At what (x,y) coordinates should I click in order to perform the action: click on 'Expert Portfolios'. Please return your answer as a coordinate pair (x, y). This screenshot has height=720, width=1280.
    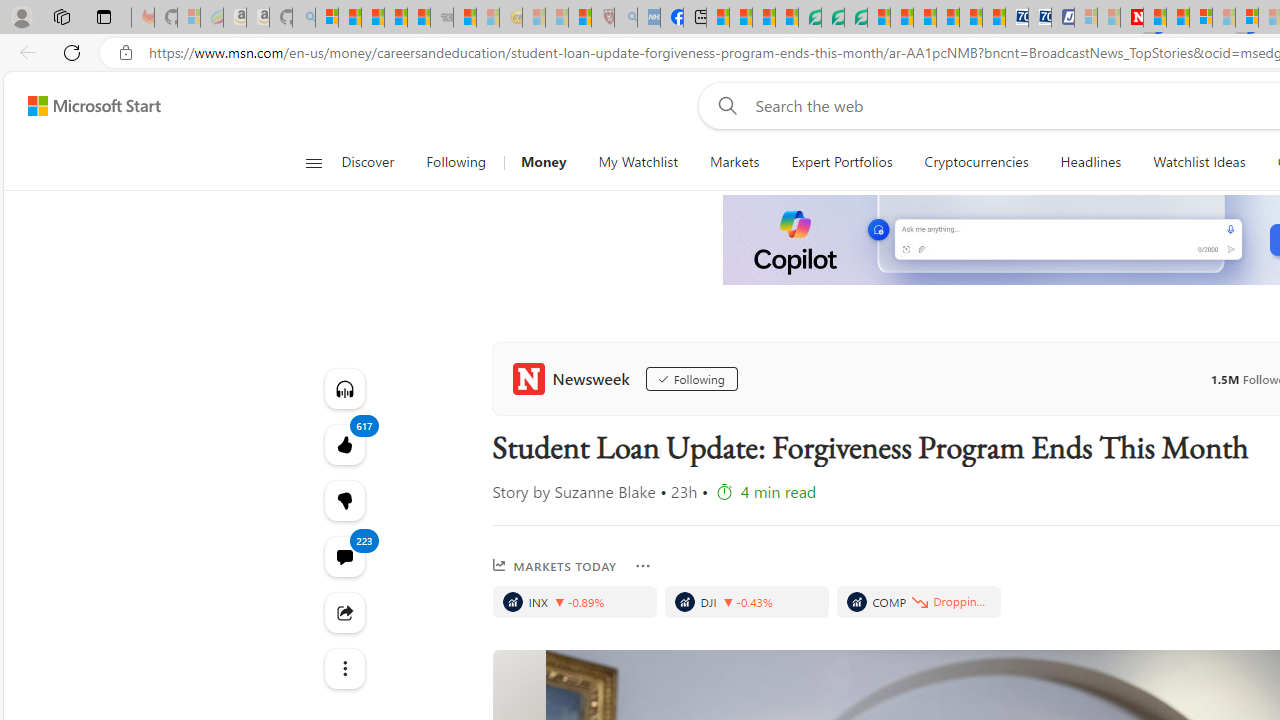
    Looking at the image, I should click on (842, 162).